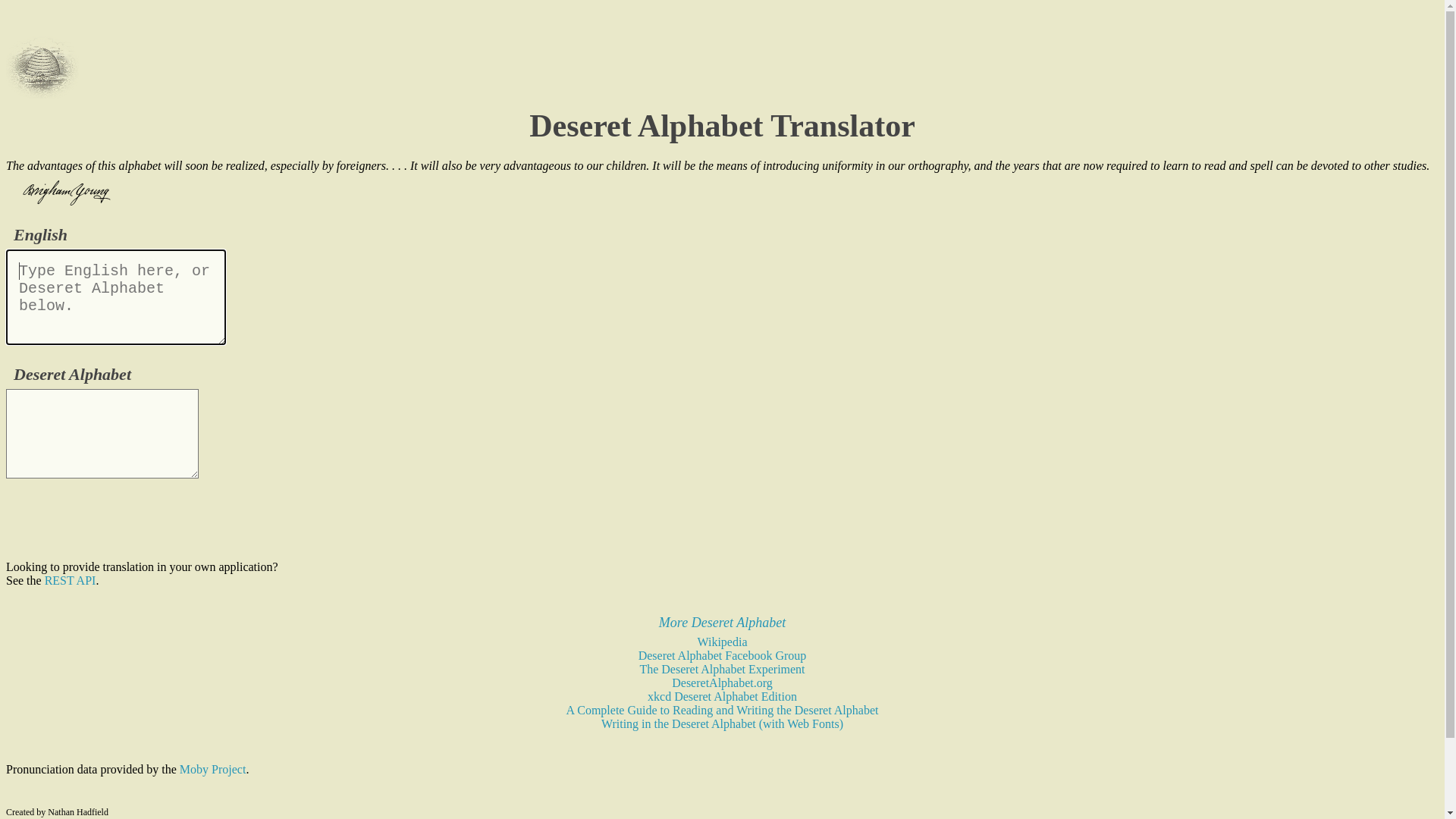  I want to click on 'A Complete Guide to Reading and Writing the Deseret Alphabet', so click(566, 710).